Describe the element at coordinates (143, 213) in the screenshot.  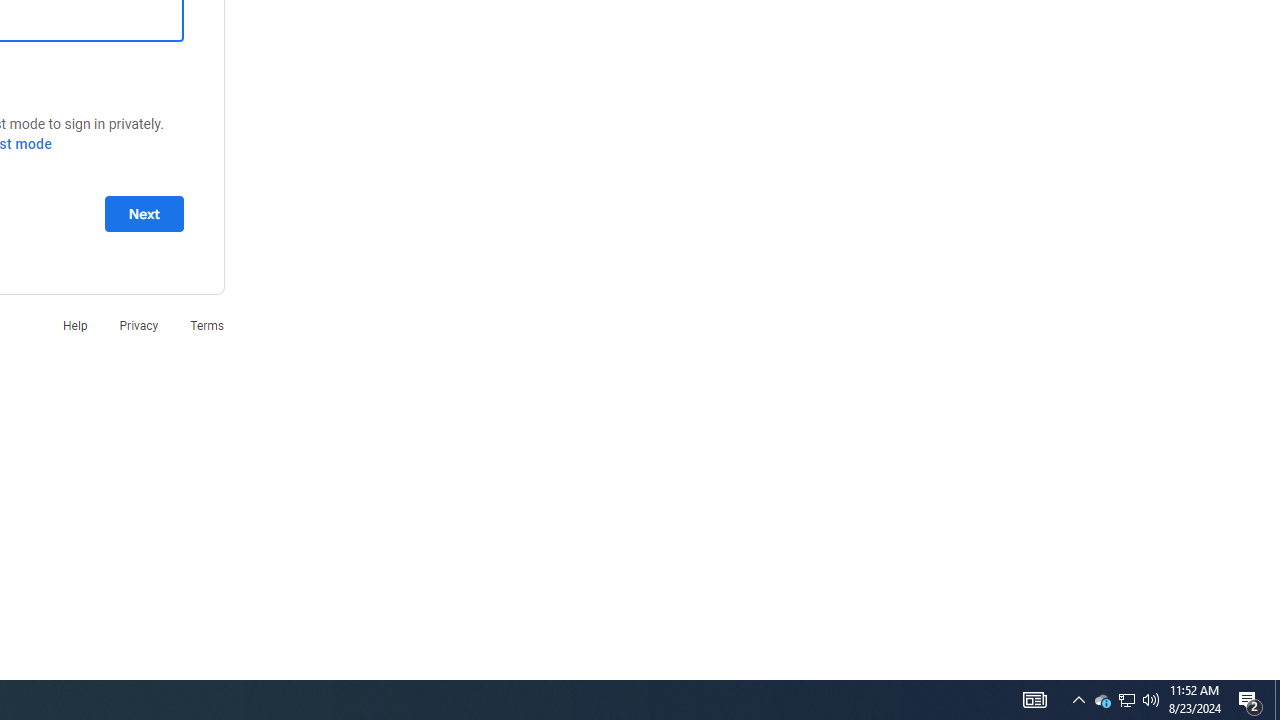
I see `'Next'` at that location.